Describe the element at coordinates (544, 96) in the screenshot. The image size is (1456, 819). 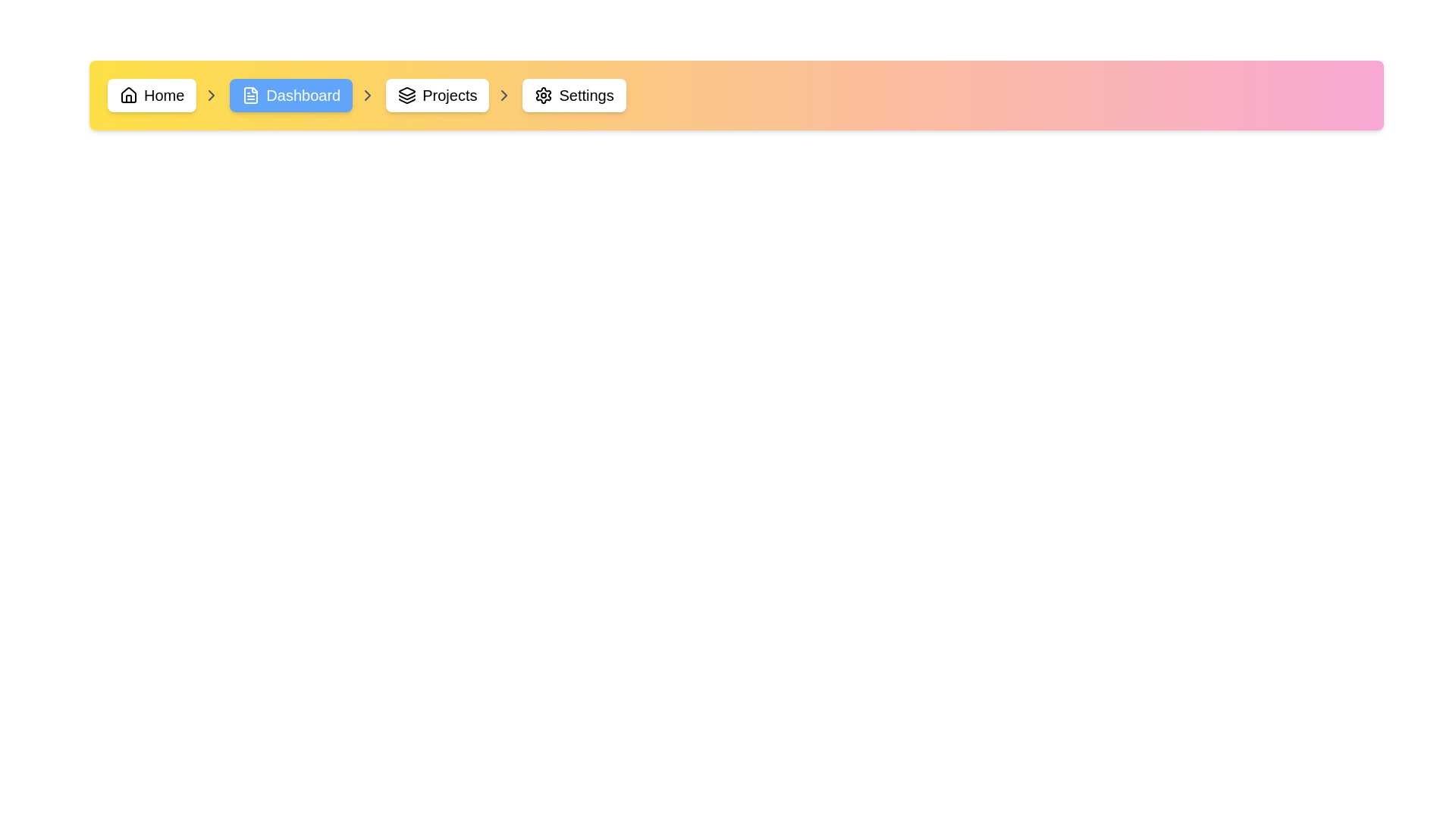
I see `the settings icon located at the rightmost end of the breadcrumb navigation bar` at that location.